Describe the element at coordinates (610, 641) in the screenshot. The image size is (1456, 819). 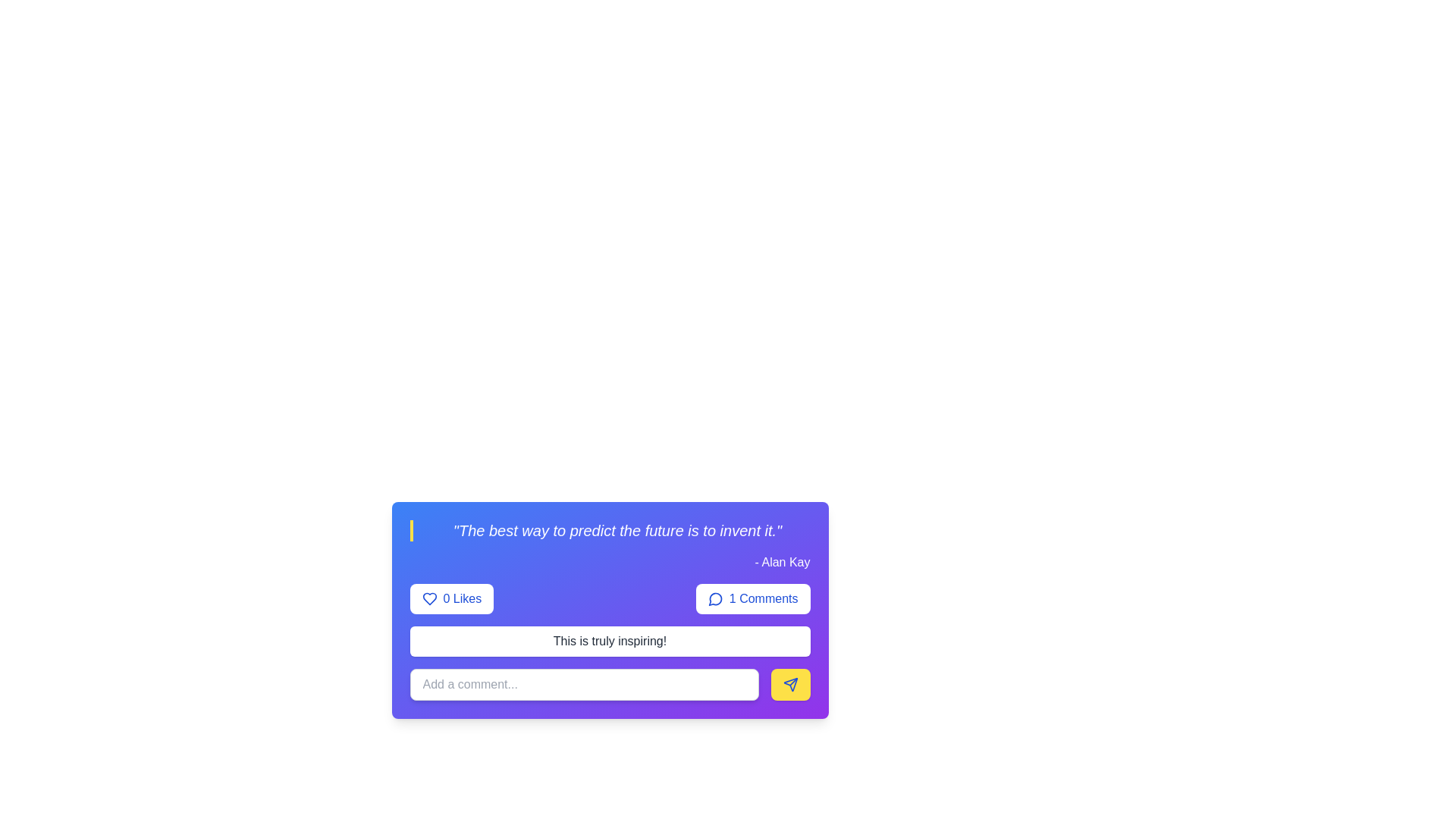
I see `the Text label that displays user comments or reactions, located within a gradient card interface, positioned below the '1 Comments' button and above the comment input field` at that location.